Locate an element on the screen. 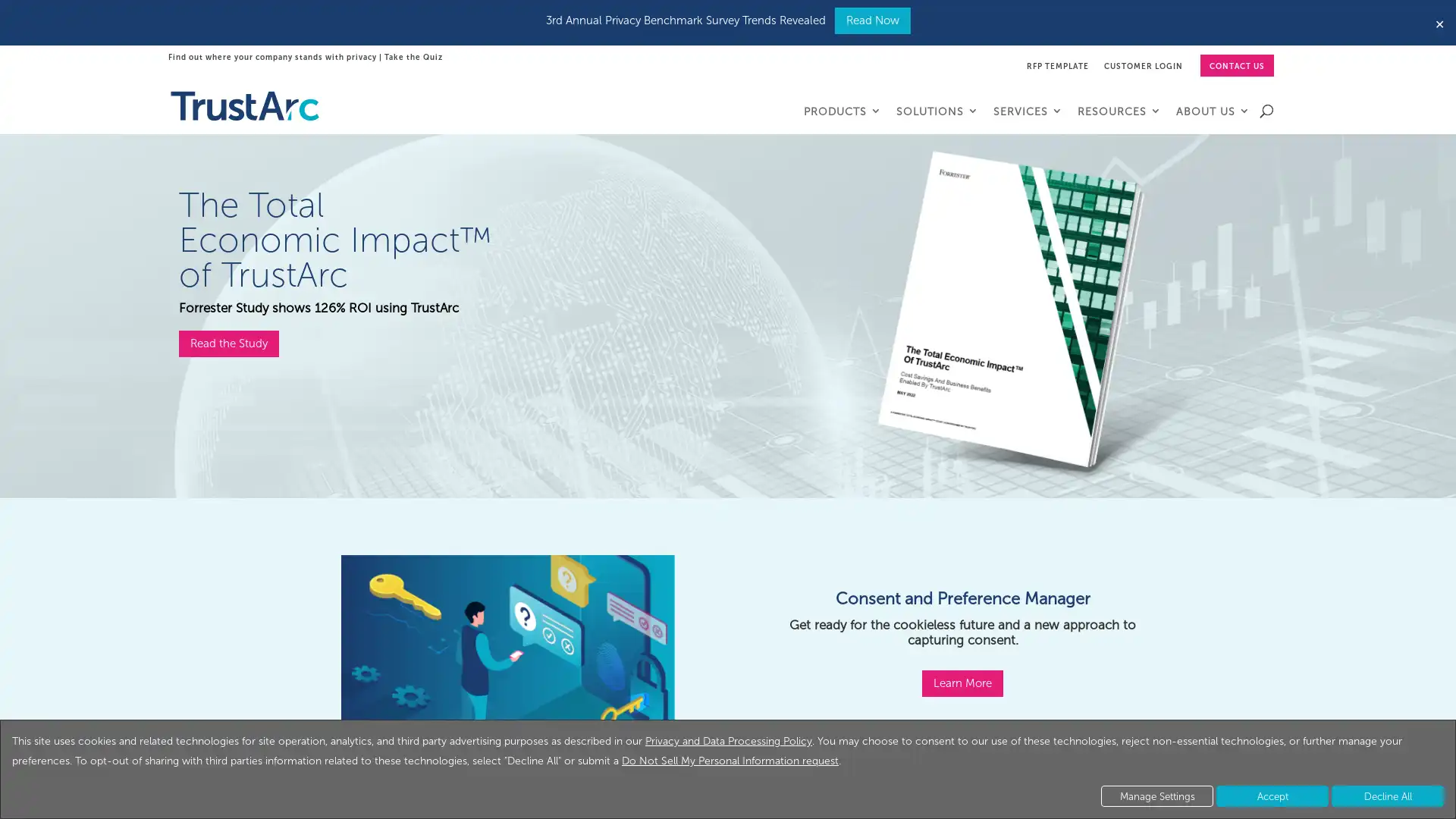  Decline All is located at coordinates (1387, 795).